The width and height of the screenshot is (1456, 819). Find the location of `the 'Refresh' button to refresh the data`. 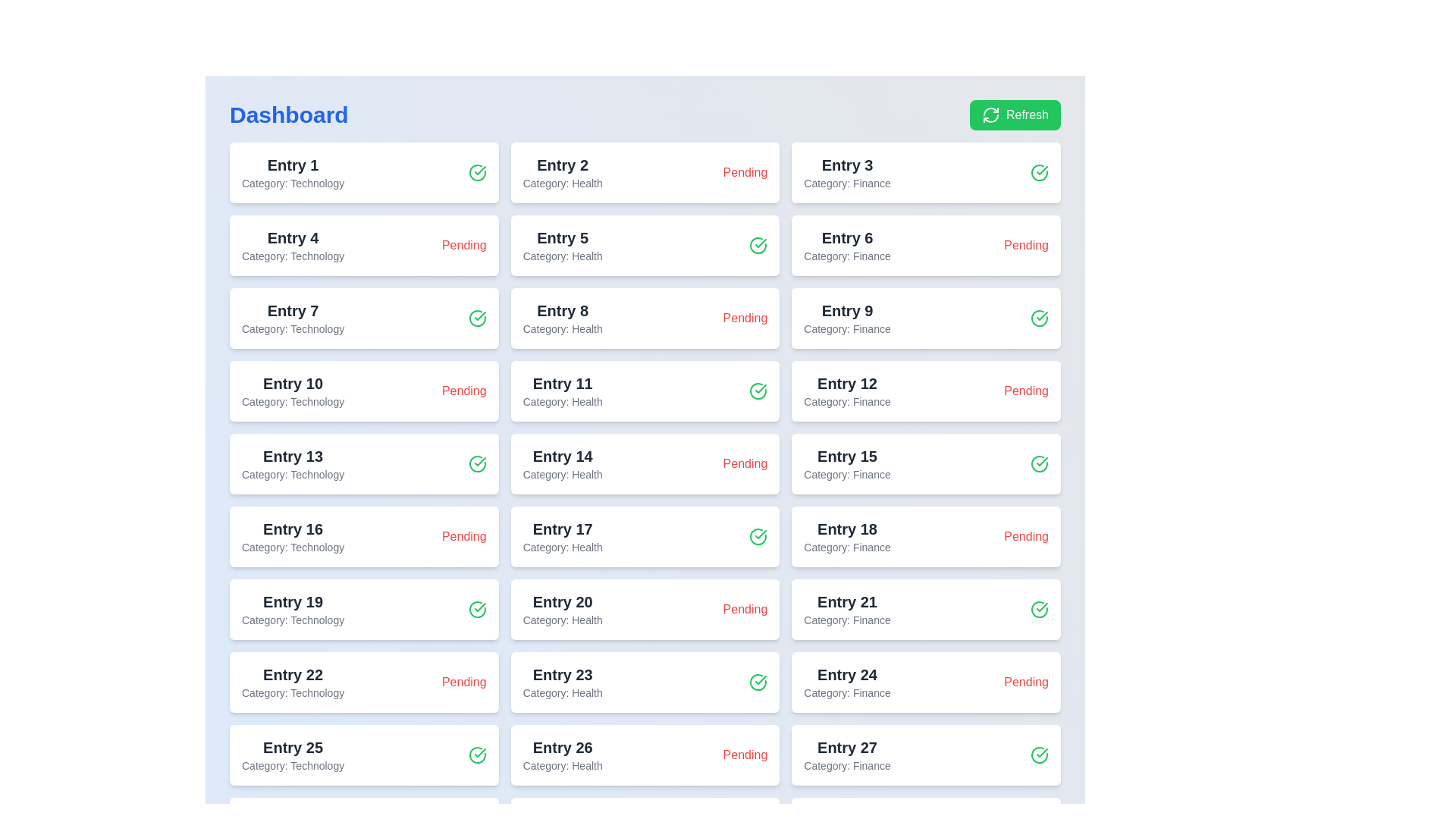

the 'Refresh' button to refresh the data is located at coordinates (1015, 114).